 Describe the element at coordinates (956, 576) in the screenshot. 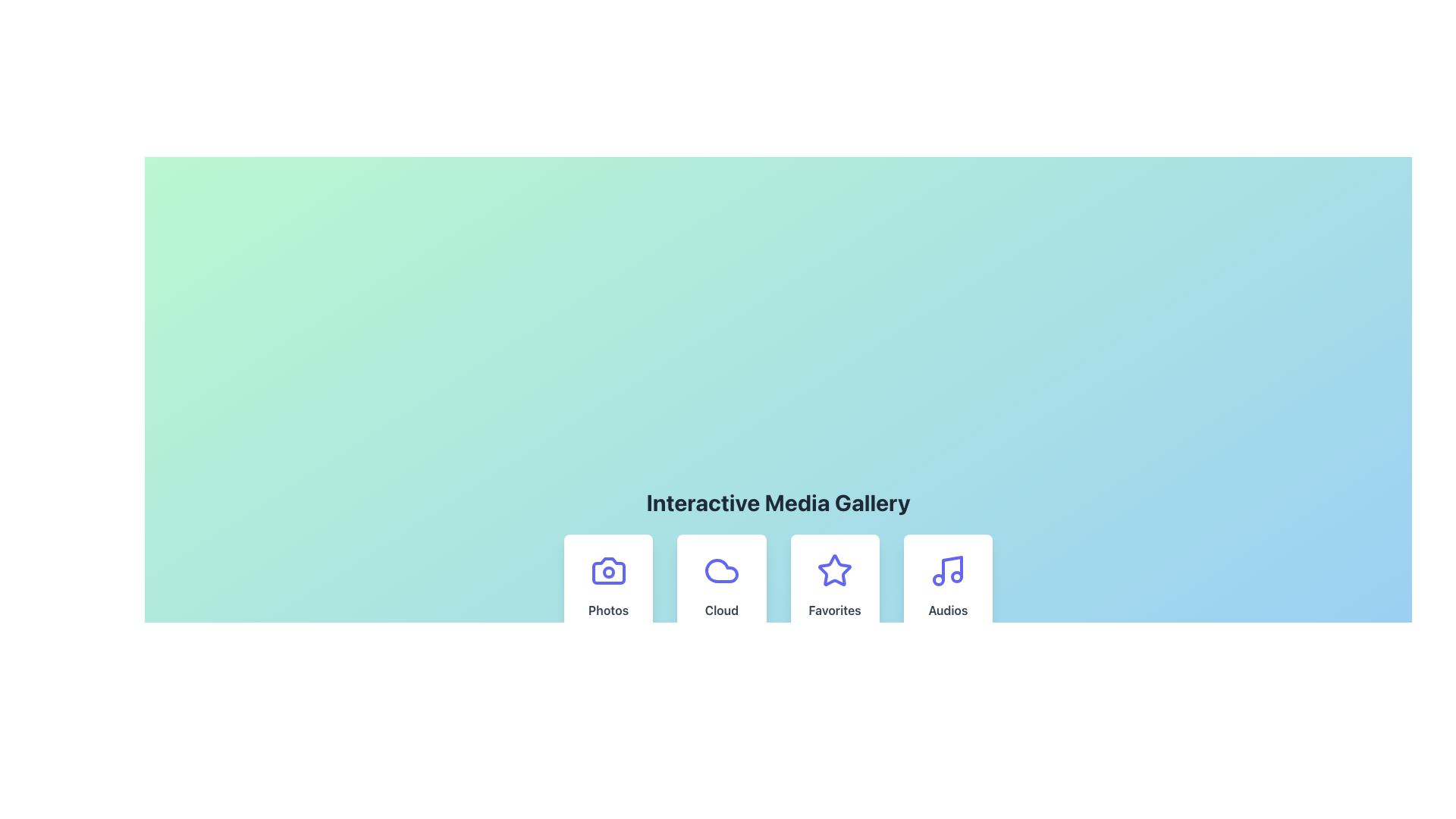

I see `the decorative Circle element of the music icon located in the 'Audios' section, which is the rightmost among the four icons including 'Photos', 'Cloud', and 'Favorites'` at that location.